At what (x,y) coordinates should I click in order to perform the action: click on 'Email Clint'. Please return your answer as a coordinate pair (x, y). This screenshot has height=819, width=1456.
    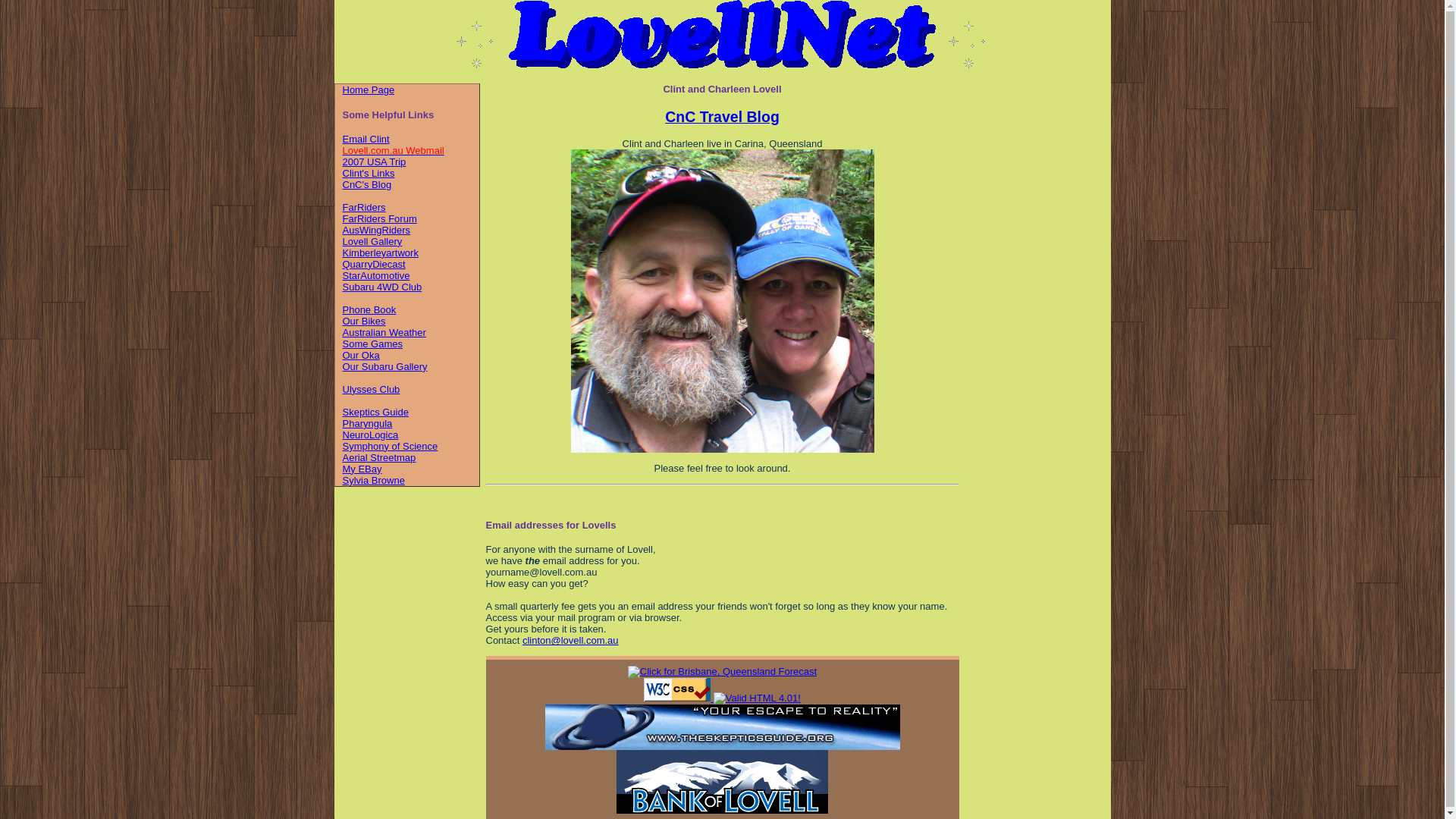
    Looking at the image, I should click on (366, 139).